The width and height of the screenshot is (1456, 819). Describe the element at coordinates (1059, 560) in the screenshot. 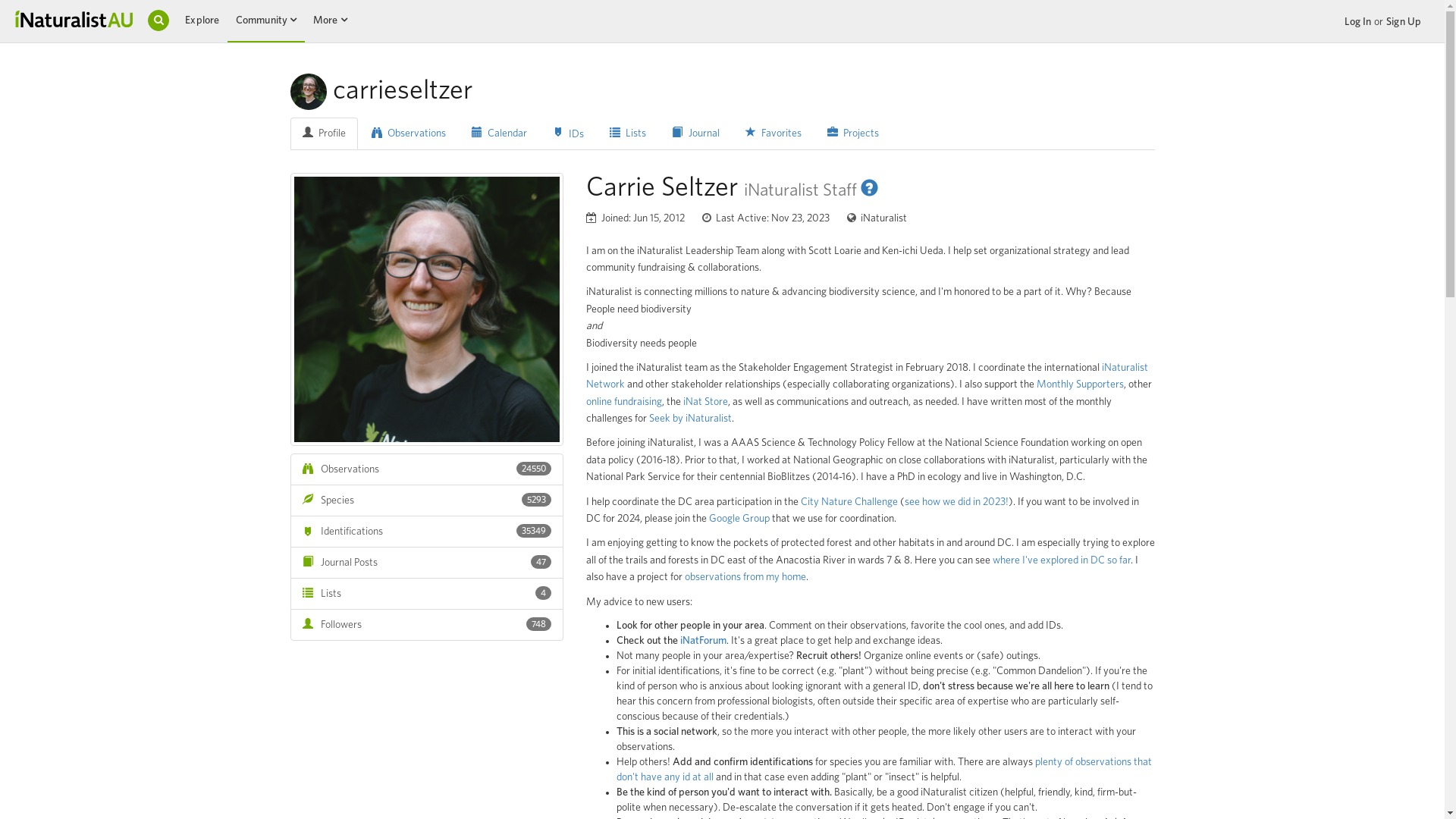

I see `'where I've explored in DC so far'` at that location.